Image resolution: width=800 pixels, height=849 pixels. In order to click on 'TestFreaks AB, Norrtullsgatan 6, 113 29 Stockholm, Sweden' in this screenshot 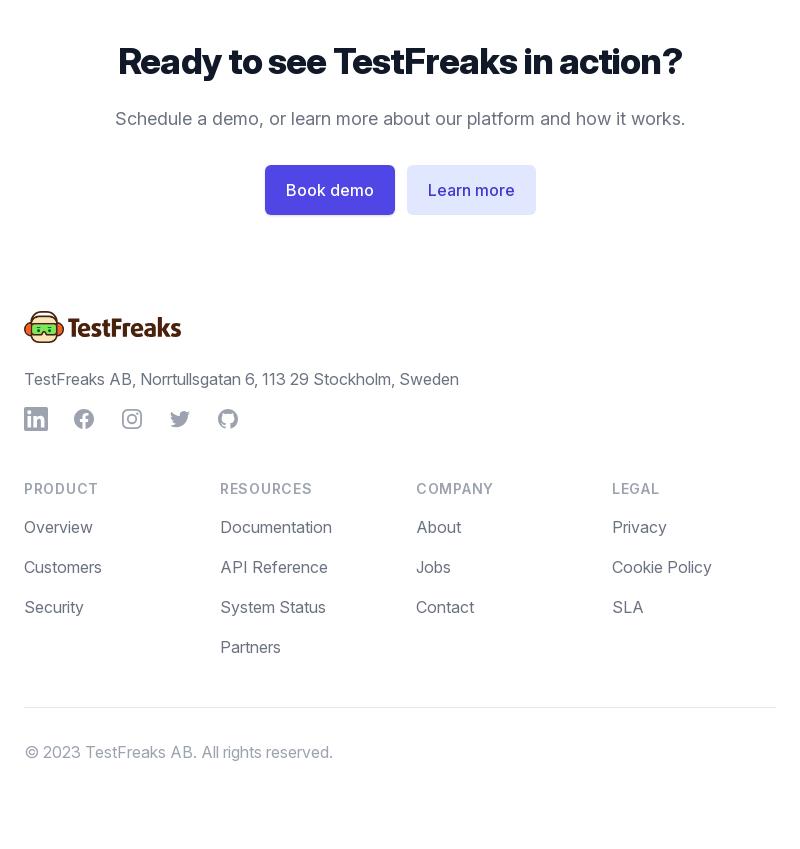, I will do `click(240, 377)`.